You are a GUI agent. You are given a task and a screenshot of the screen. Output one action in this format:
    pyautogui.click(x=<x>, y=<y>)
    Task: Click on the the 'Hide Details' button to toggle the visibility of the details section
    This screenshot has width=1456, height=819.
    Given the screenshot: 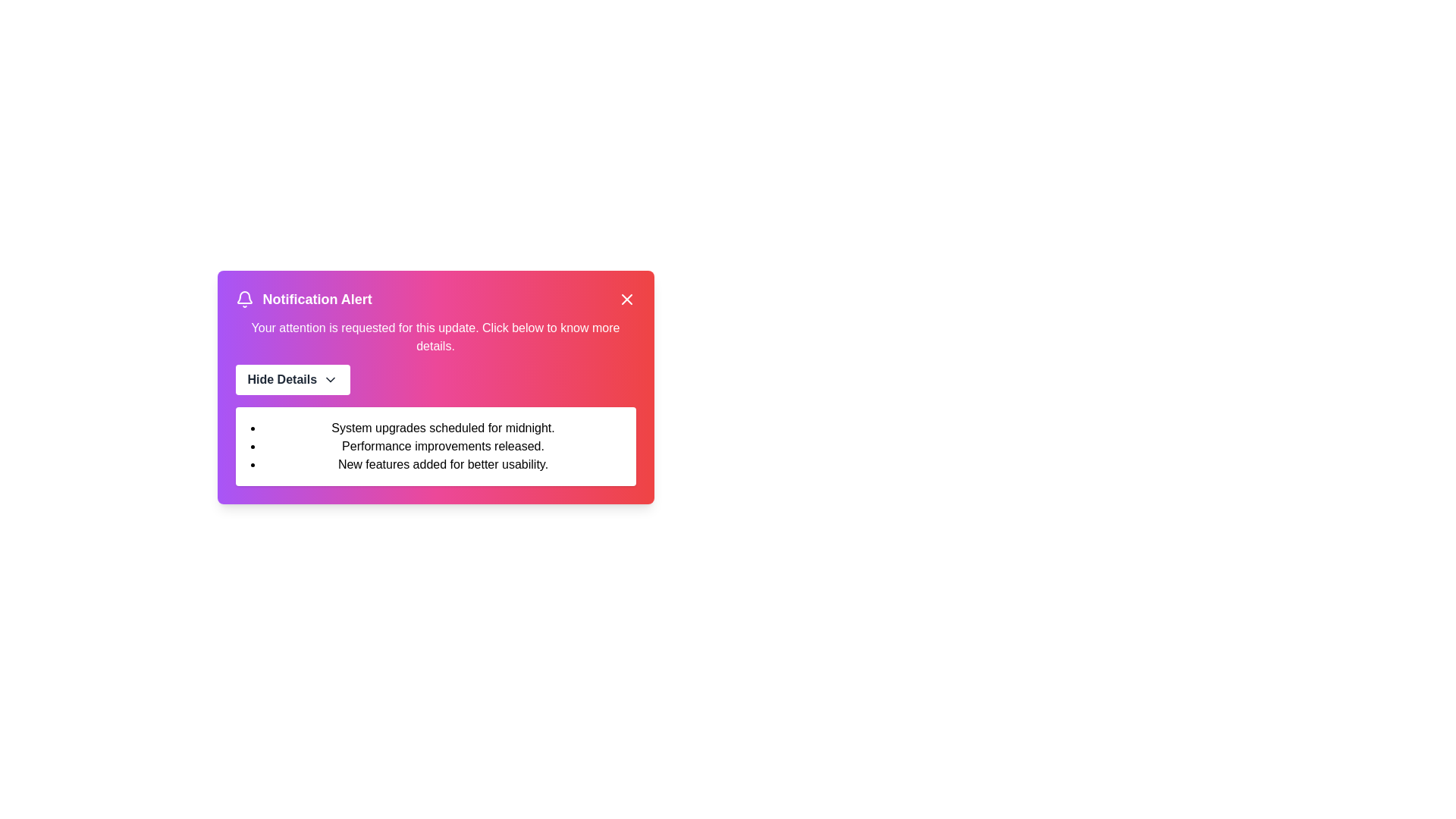 What is the action you would take?
    pyautogui.click(x=293, y=379)
    